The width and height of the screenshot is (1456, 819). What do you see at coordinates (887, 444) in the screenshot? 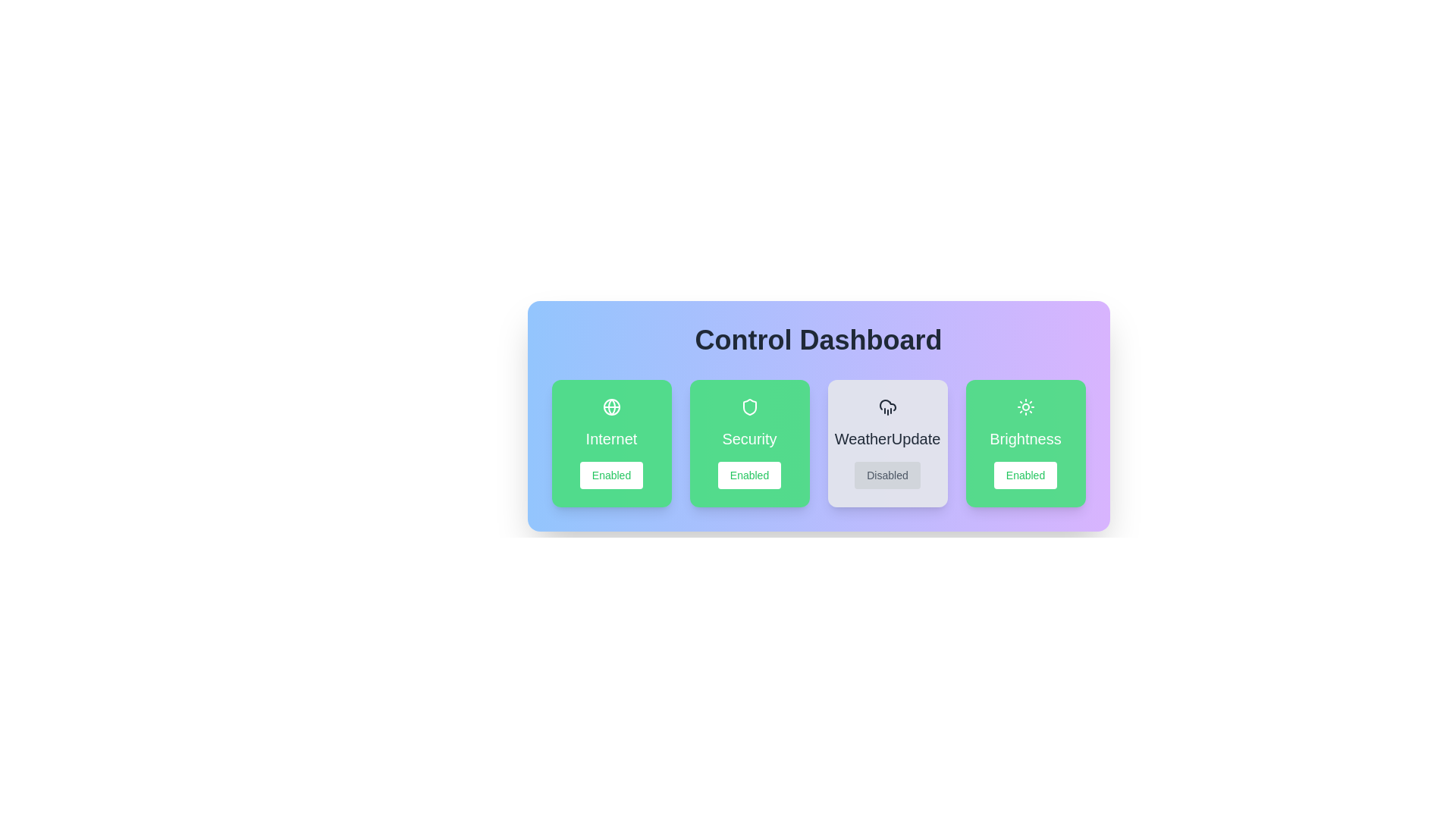
I see `the card representing WeatherUpdate` at bounding box center [887, 444].